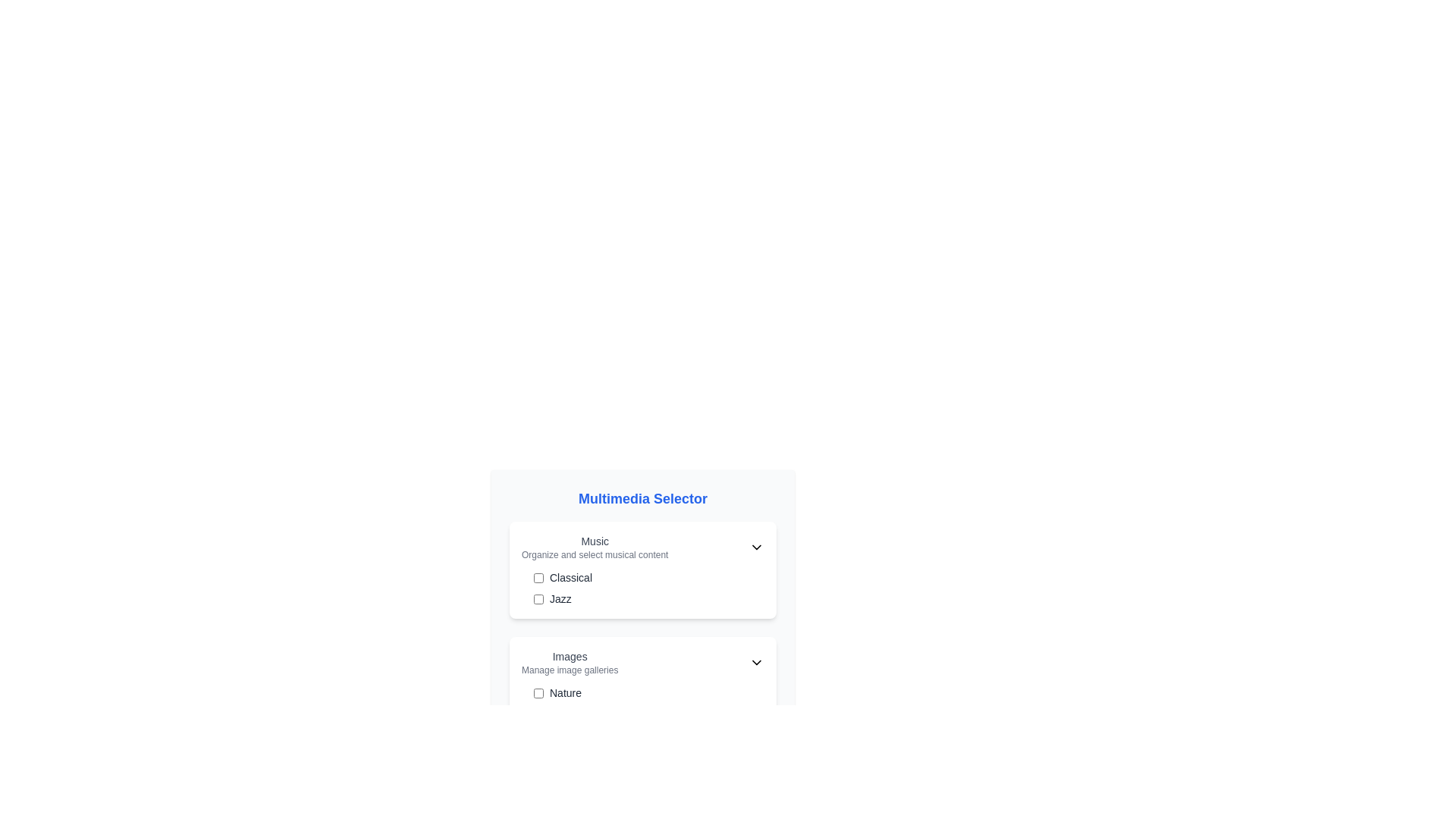 This screenshot has height=819, width=1456. Describe the element at coordinates (643, 704) in the screenshot. I see `the 'Nature' category checkbox located in the 'Images' panel of the 'Multimedia Selector' section` at that location.